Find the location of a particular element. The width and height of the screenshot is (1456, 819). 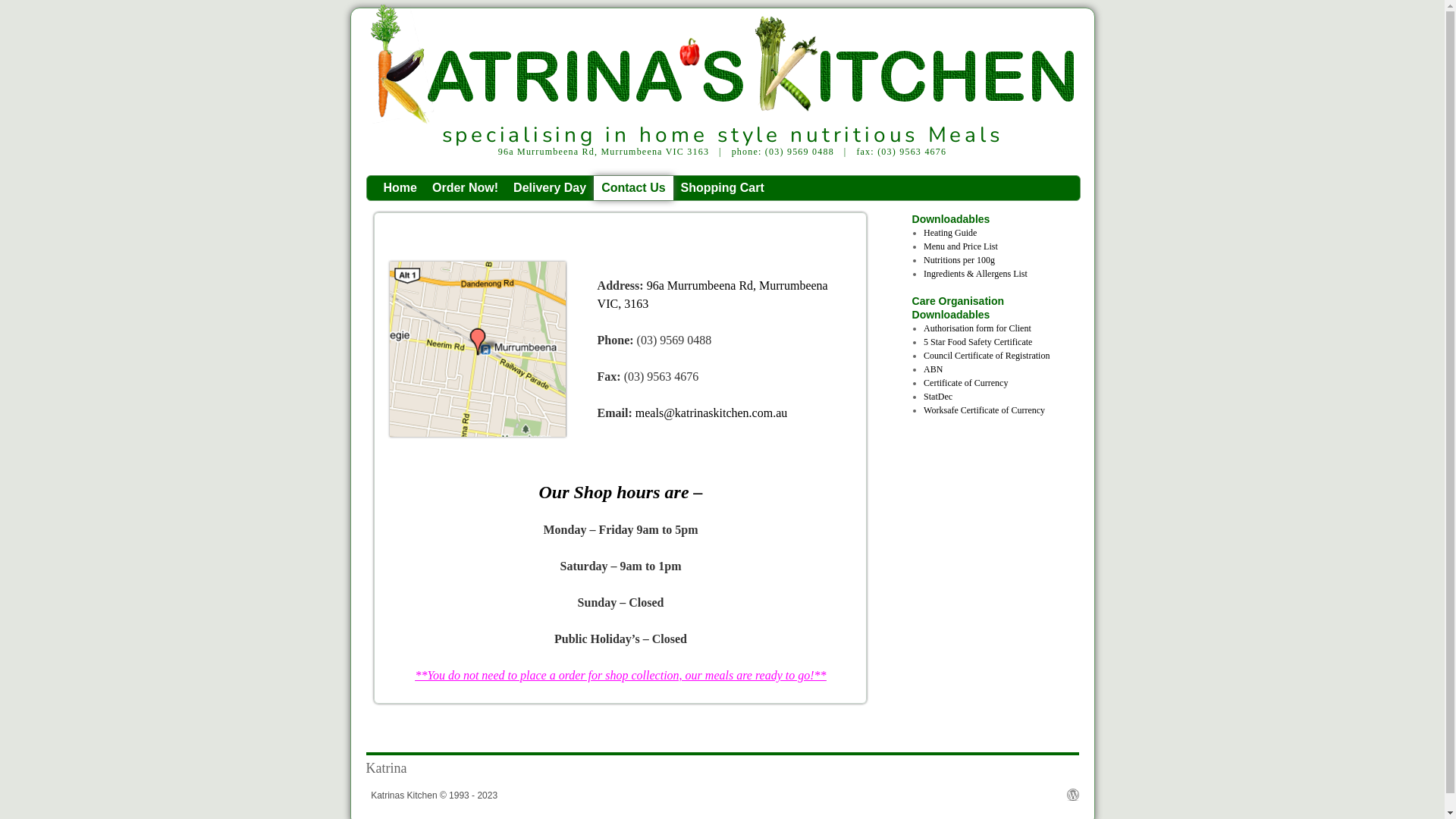

'Council Certificate of Registration' is located at coordinates (986, 356).